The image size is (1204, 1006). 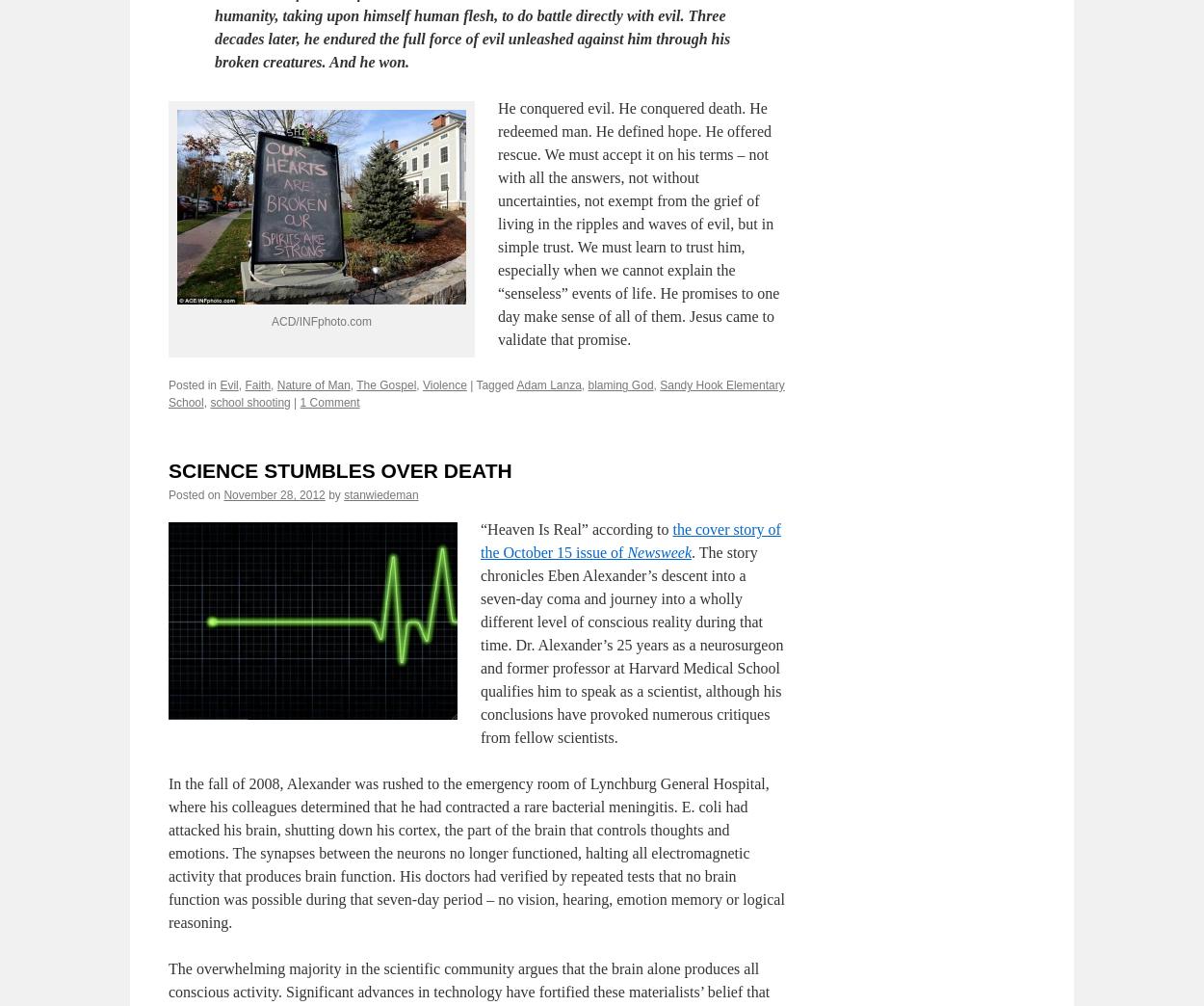 I want to click on 'Evil', so click(x=227, y=478).